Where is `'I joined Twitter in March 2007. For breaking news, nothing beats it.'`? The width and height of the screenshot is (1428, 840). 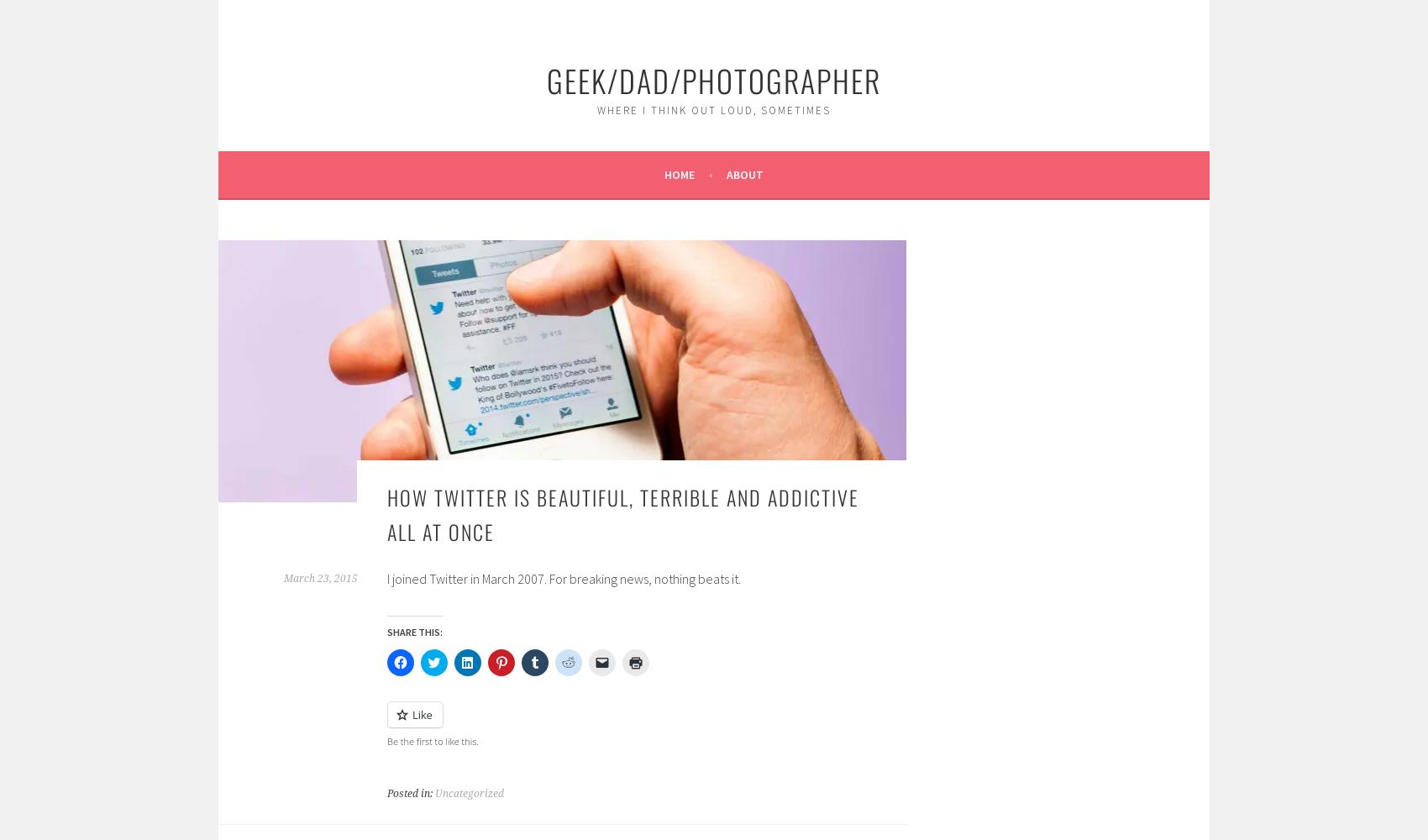 'I joined Twitter in March 2007. For breaking news, nothing beats it.' is located at coordinates (564, 578).